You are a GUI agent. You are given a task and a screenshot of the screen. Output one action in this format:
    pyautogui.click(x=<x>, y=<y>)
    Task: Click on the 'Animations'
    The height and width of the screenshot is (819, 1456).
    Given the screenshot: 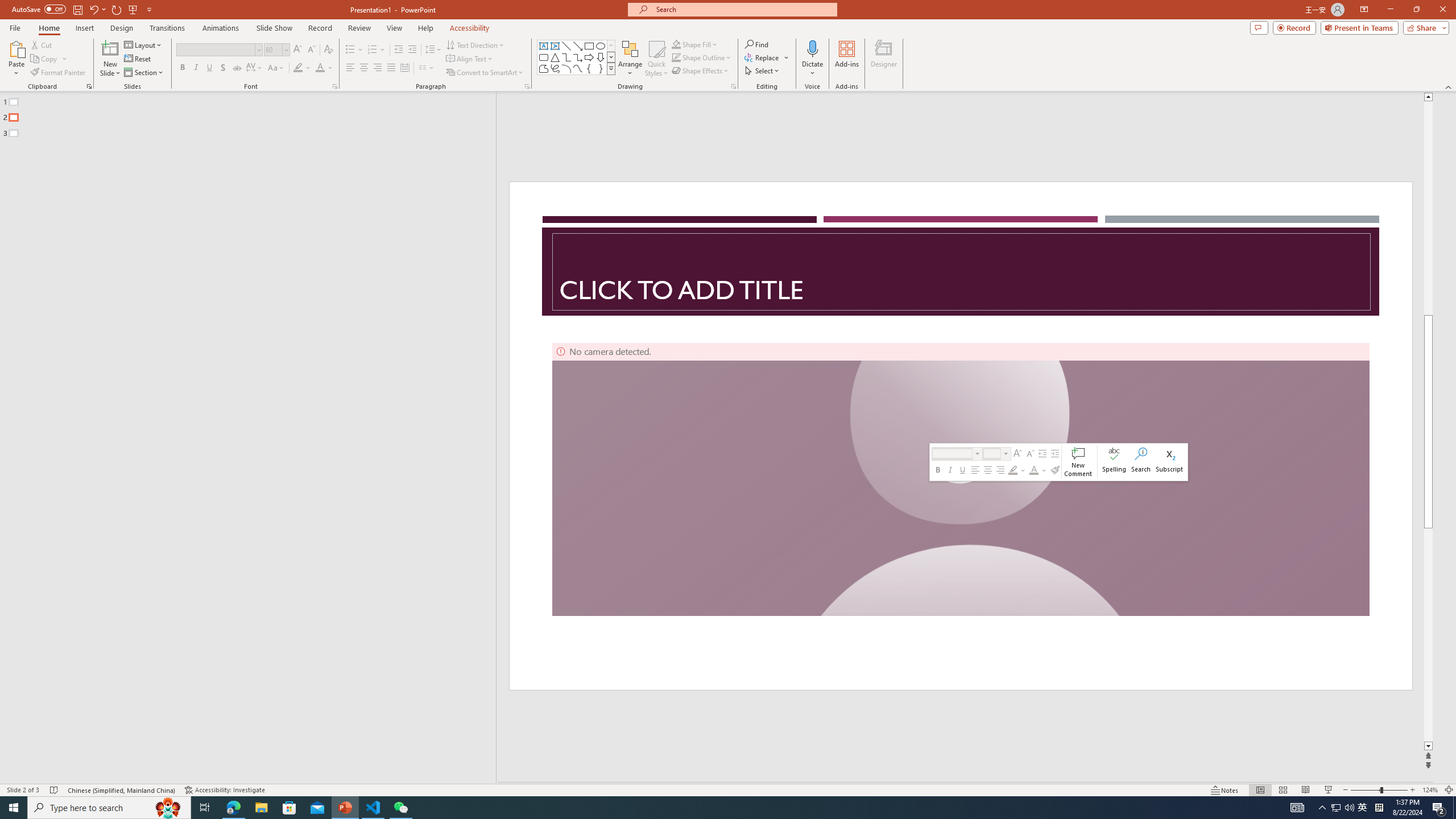 What is the action you would take?
    pyautogui.click(x=220, y=28)
    